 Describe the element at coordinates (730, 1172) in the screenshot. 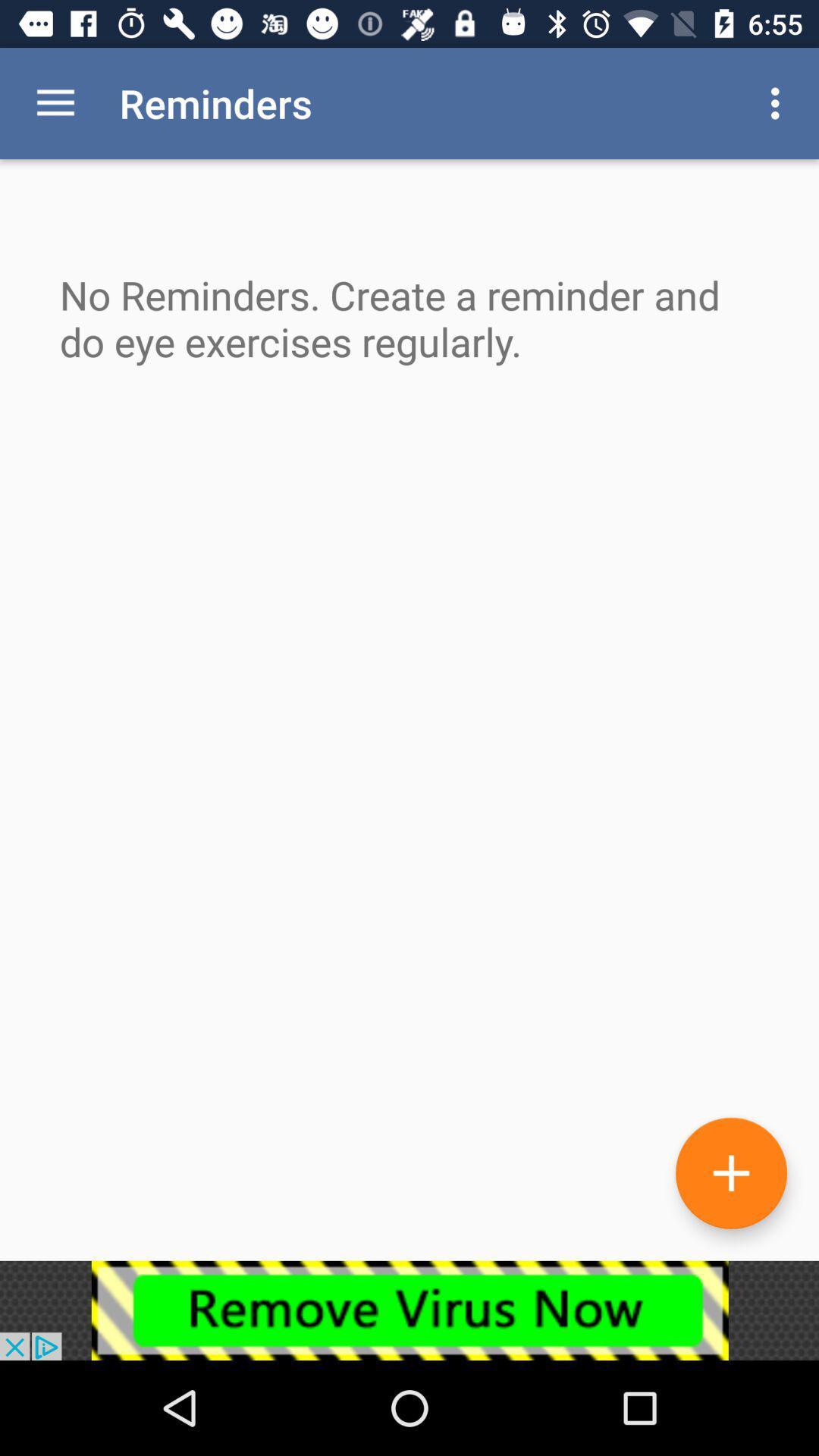

I see `reminder` at that location.